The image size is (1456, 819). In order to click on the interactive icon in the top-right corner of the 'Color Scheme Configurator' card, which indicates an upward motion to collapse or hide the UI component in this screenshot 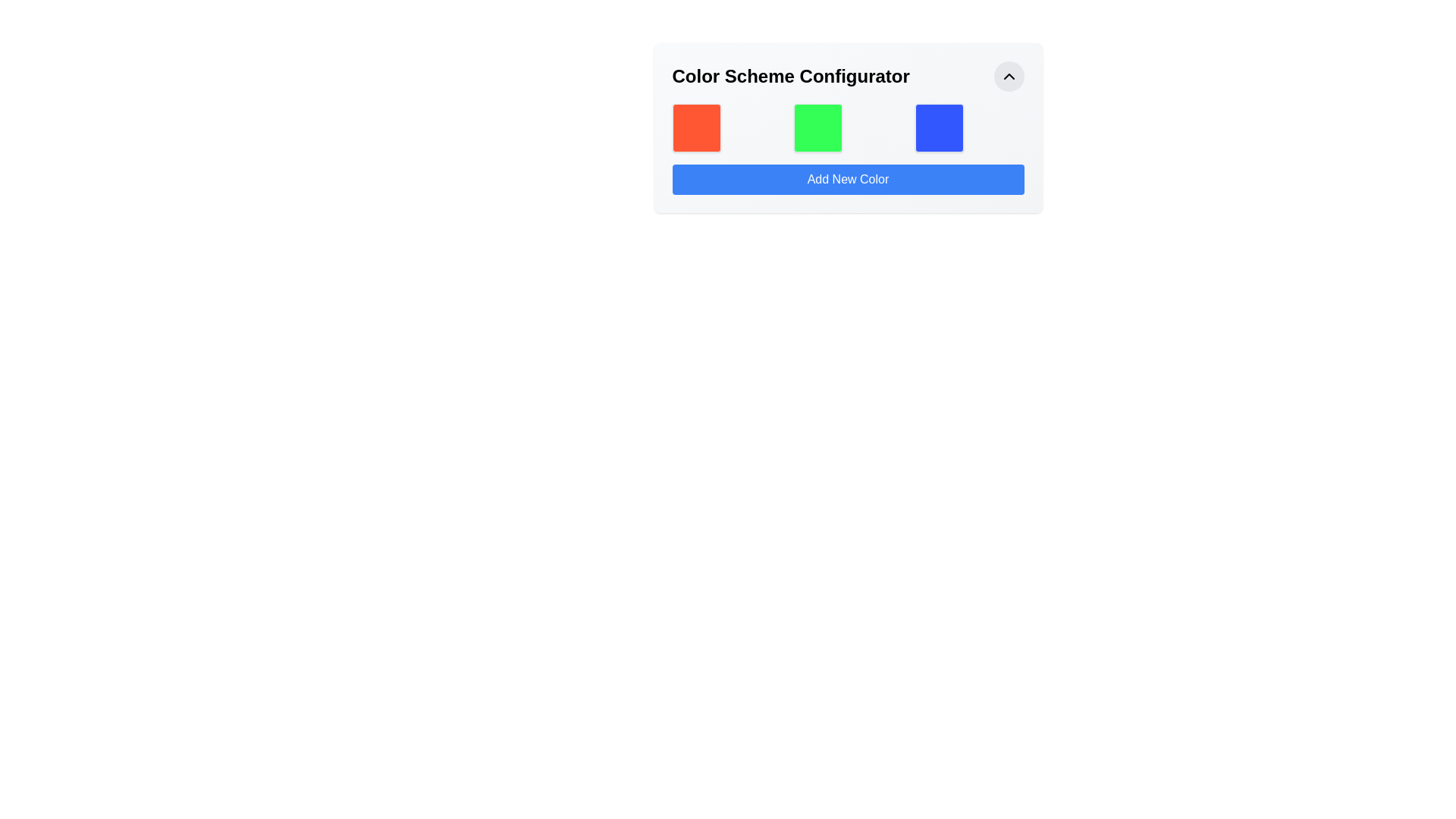, I will do `click(1009, 76)`.